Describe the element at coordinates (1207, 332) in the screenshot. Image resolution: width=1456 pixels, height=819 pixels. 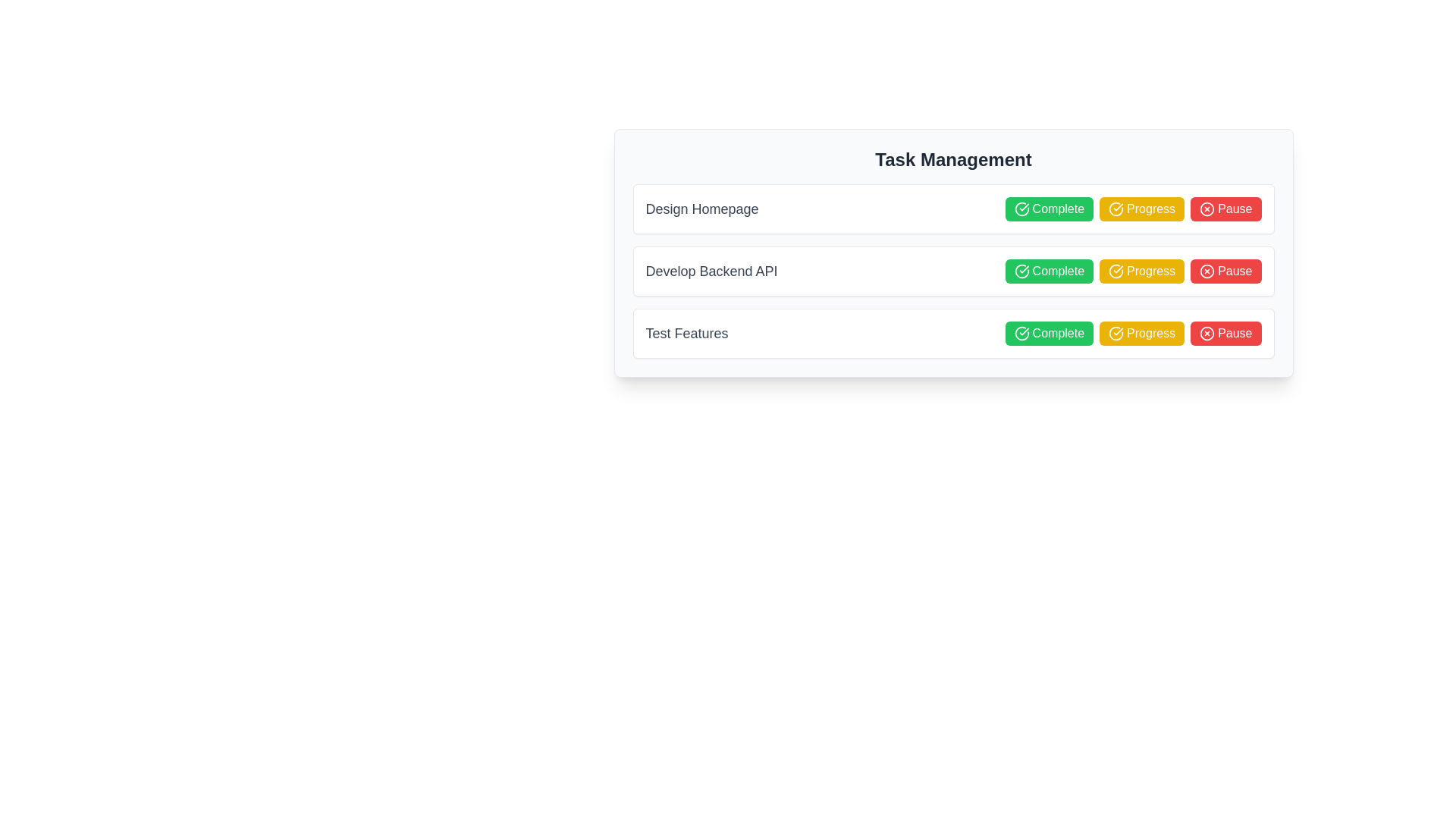
I see `the 'Pause' icon, which is the rightmost icon in the third row of the task management table, representing the pause action` at that location.